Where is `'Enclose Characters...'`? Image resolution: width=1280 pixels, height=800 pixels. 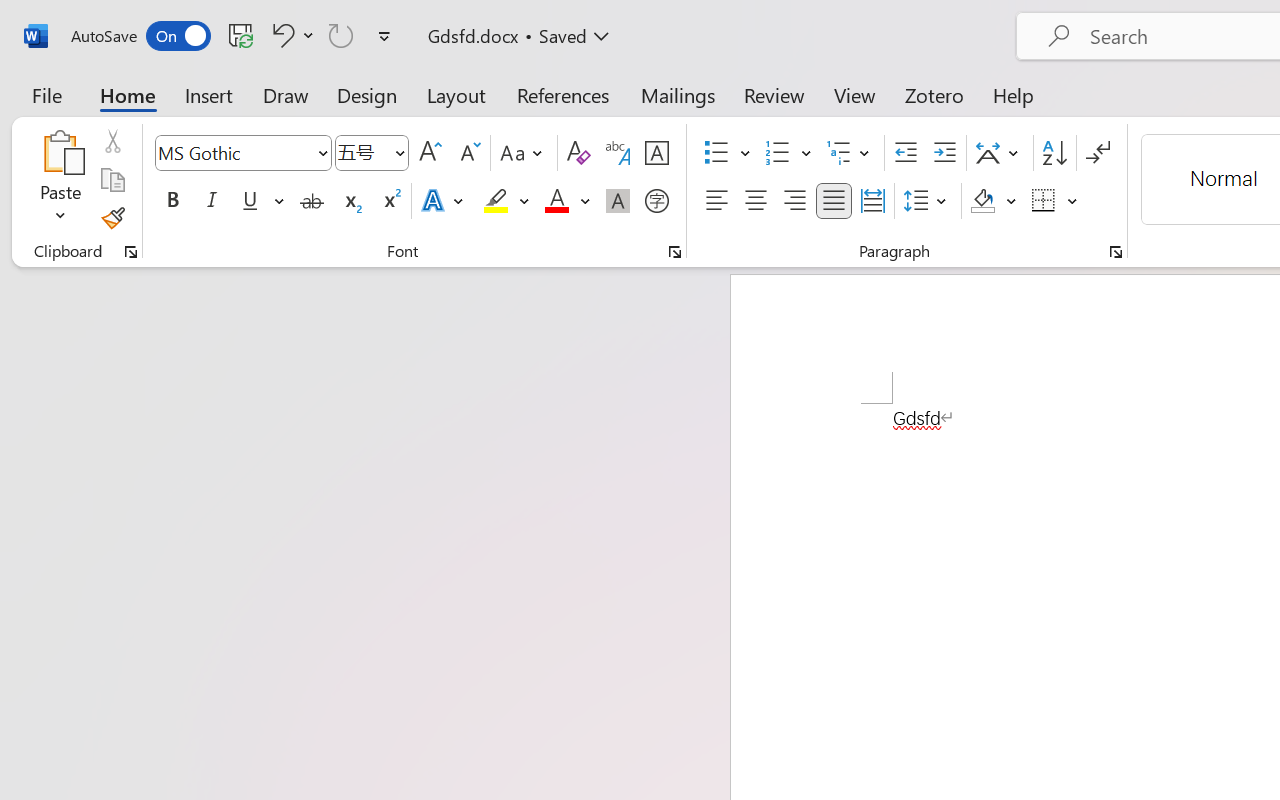 'Enclose Characters...' is located at coordinates (656, 201).